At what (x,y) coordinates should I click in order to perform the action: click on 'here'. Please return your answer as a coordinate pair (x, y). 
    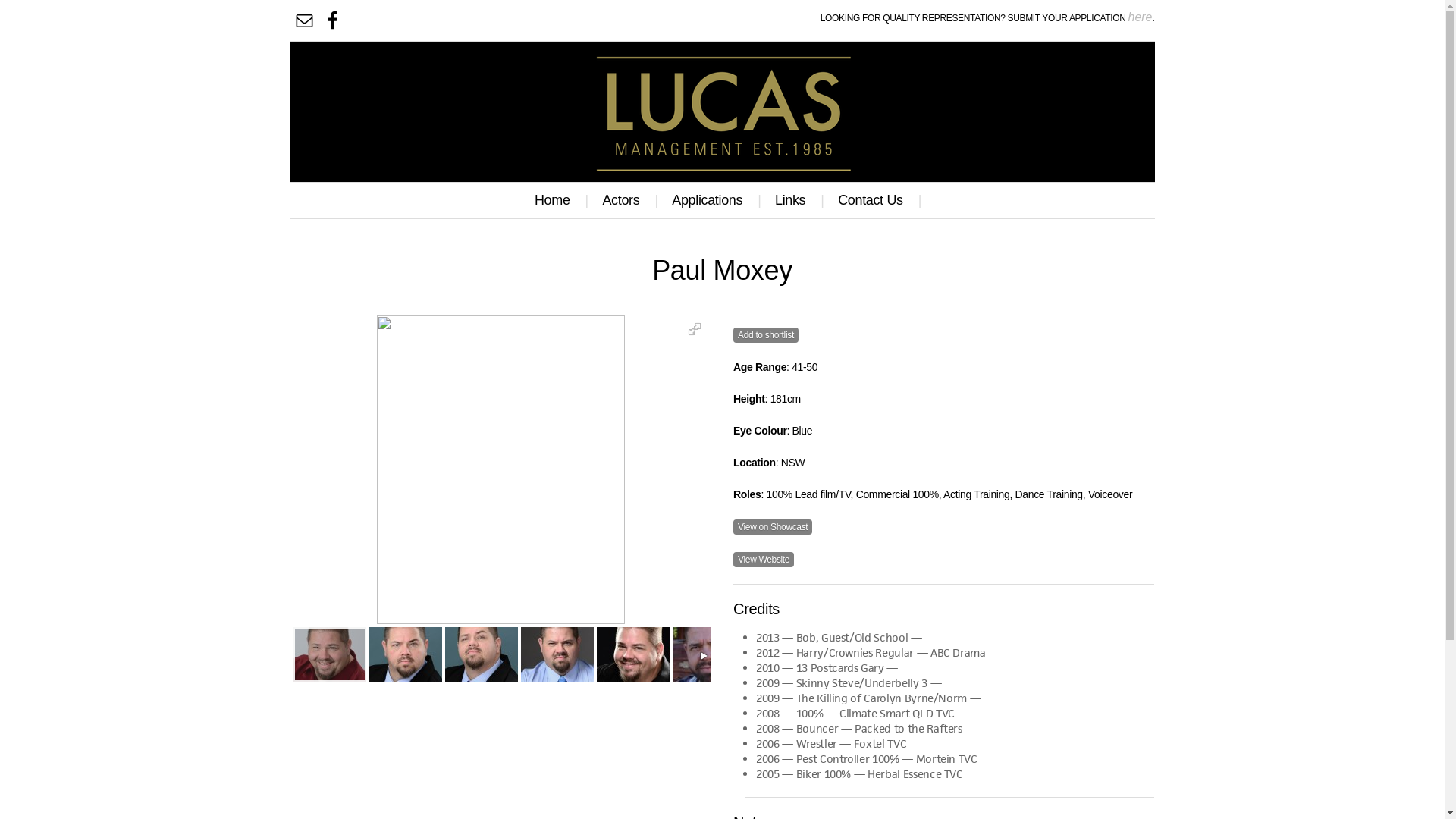
    Looking at the image, I should click on (1139, 17).